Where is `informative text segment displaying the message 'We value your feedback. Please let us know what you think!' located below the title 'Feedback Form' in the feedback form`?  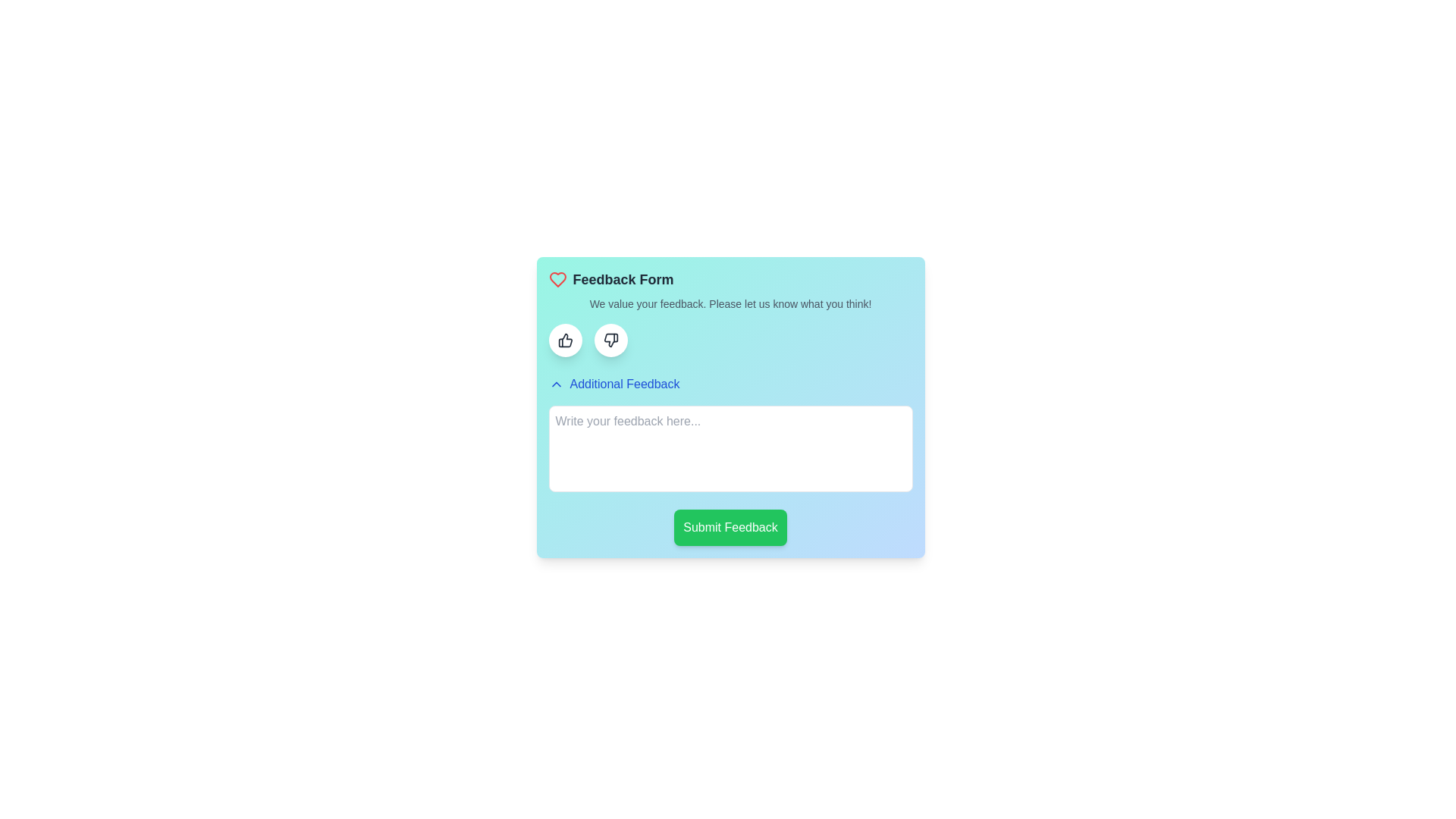
informative text segment displaying the message 'We value your feedback. Please let us know what you think!' located below the title 'Feedback Form' in the feedback form is located at coordinates (730, 304).